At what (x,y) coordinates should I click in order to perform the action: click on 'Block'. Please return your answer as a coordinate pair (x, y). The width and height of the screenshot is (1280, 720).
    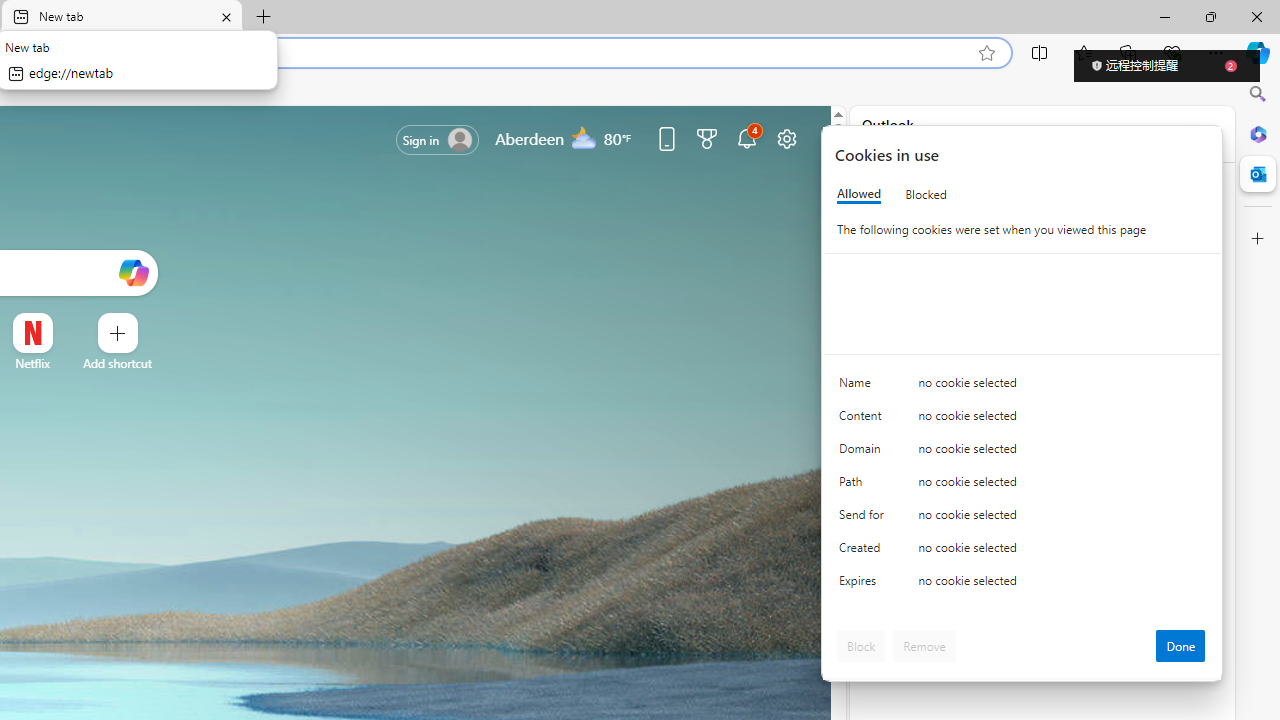
    Looking at the image, I should click on (861, 645).